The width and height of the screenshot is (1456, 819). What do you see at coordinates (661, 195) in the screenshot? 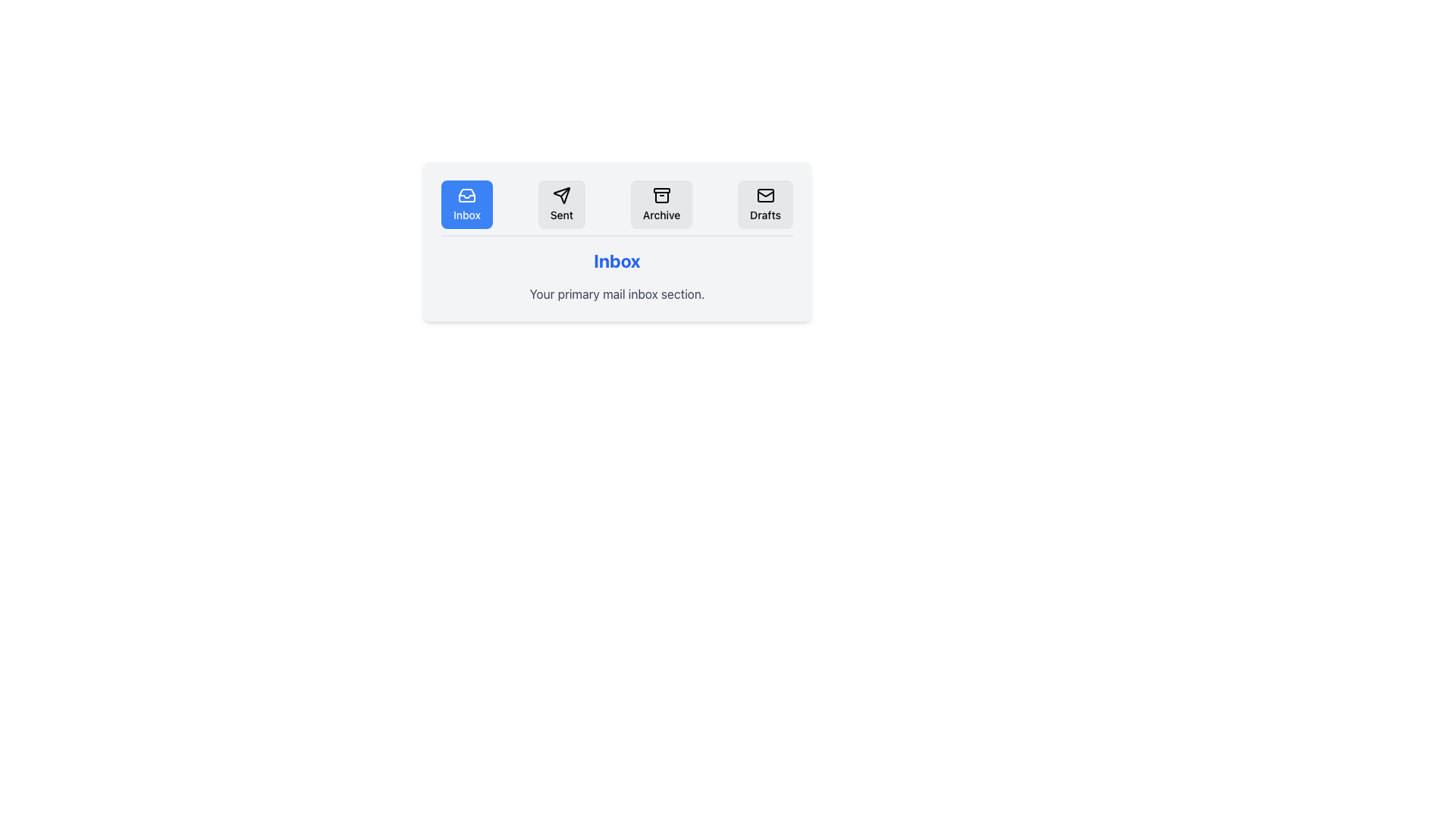
I see `the 'Archive' icon located in the header section, which is the third item in a horizontal group of four options` at bounding box center [661, 195].